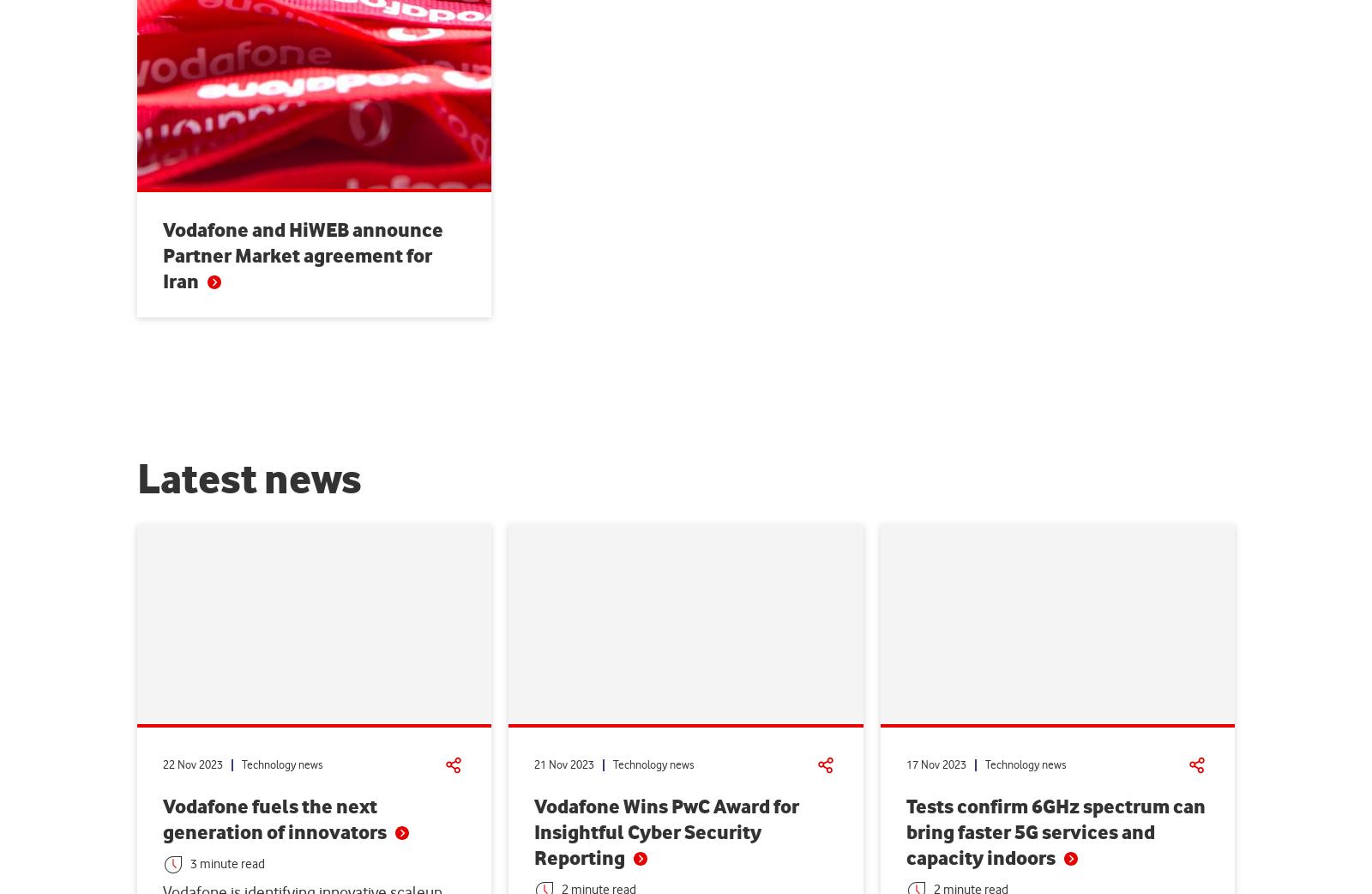  I want to click on '17 Nov 2023', so click(906, 764).